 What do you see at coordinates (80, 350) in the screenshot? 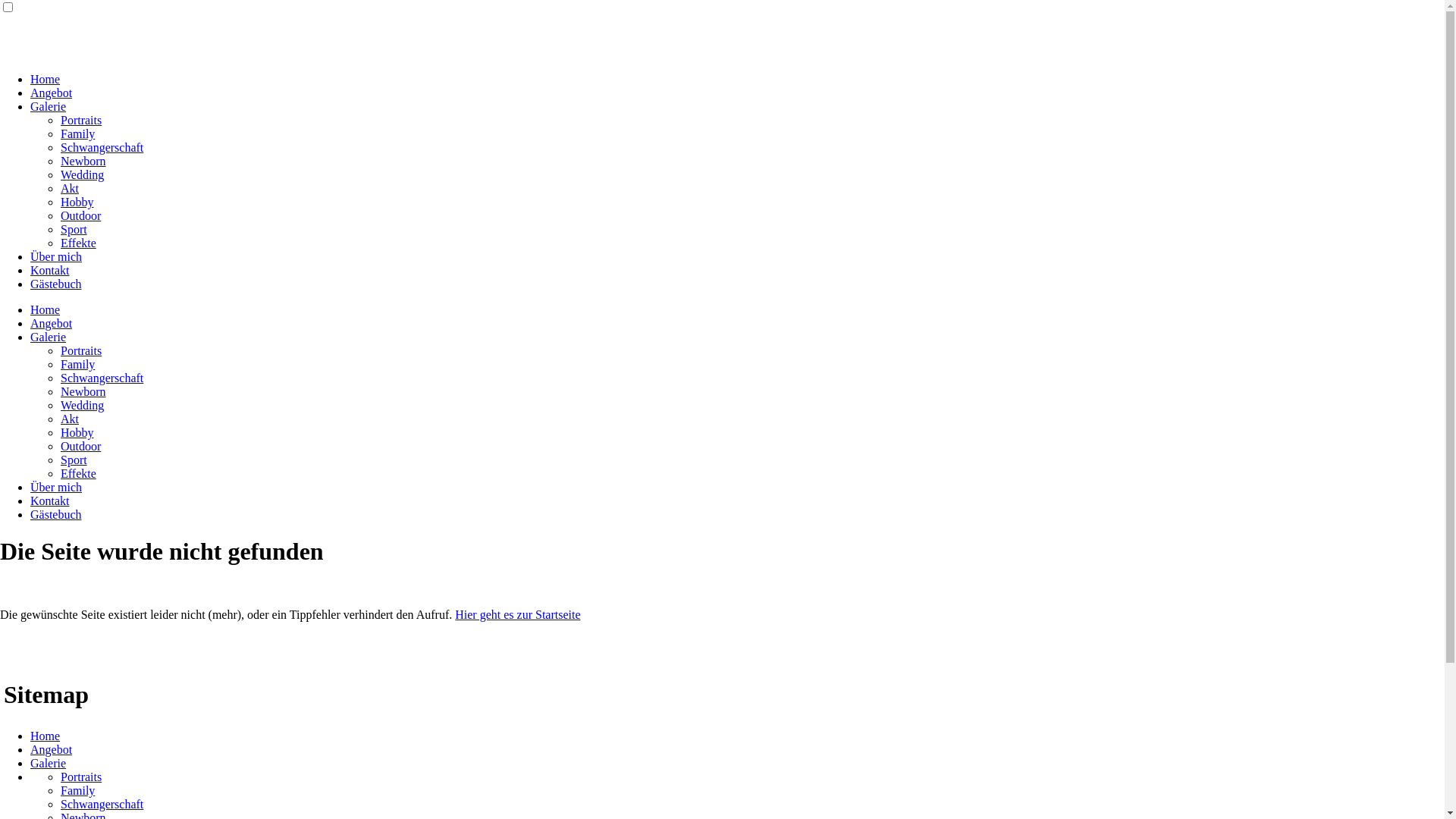
I see `'Portraits'` at bounding box center [80, 350].